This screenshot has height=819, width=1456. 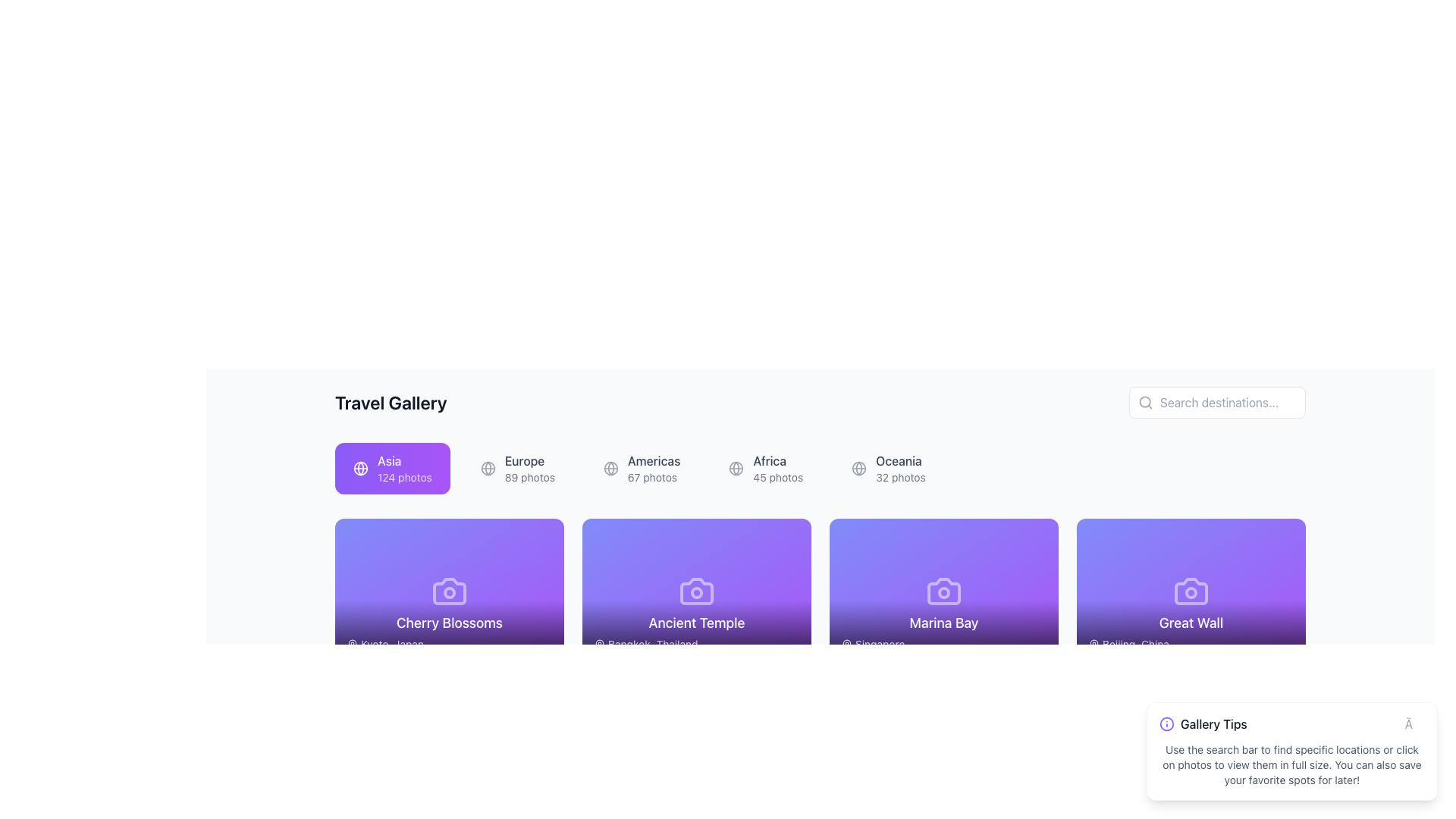 What do you see at coordinates (1213, 723) in the screenshot?
I see `text content of the 'Gallery Tips' label, which is styled with a medium-weight font and dark gray color, located in the bottom-right quadrant of the page` at bounding box center [1213, 723].